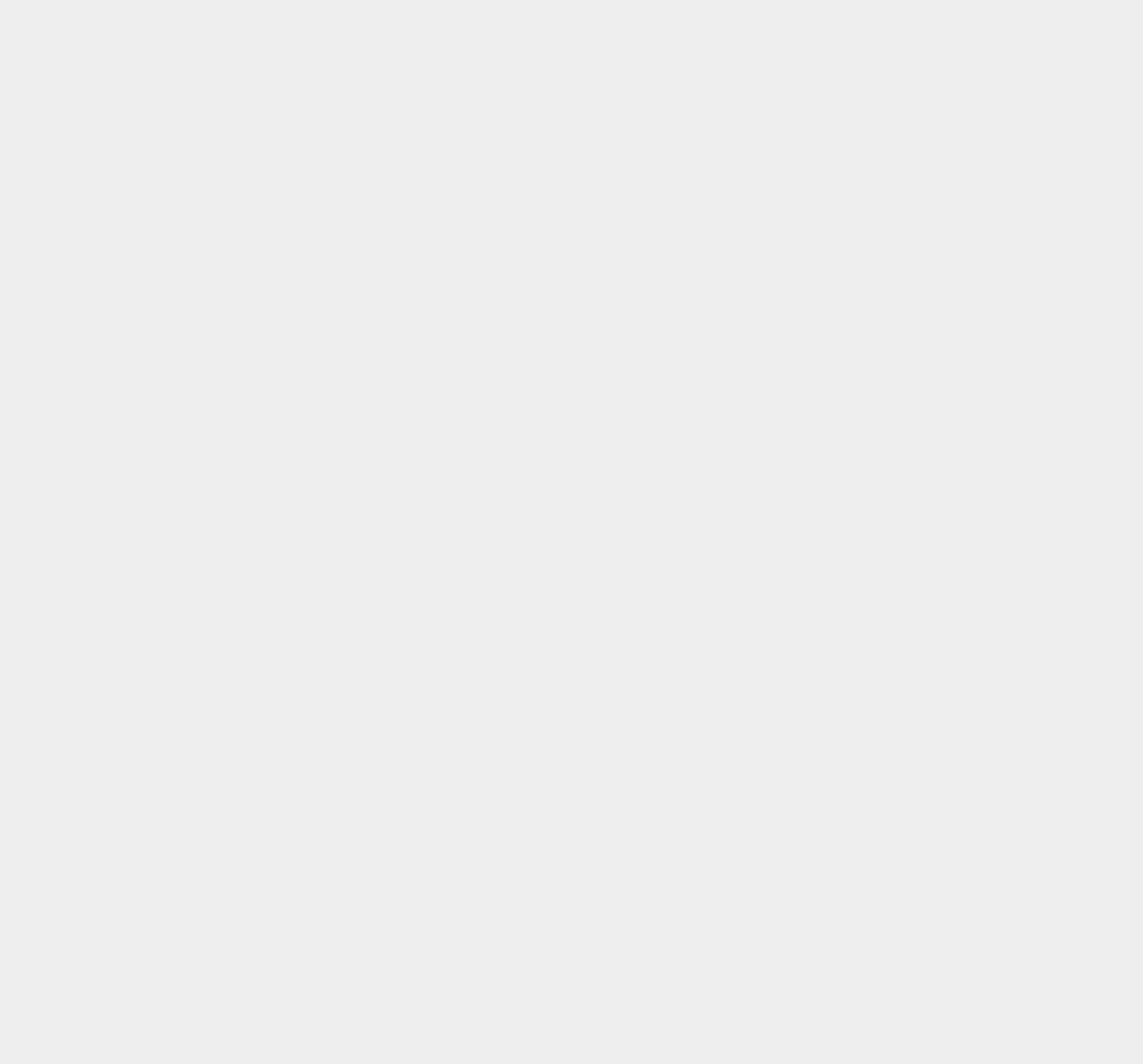  Describe the element at coordinates (866, 879) in the screenshot. I see `'Google Plus Pages'` at that location.